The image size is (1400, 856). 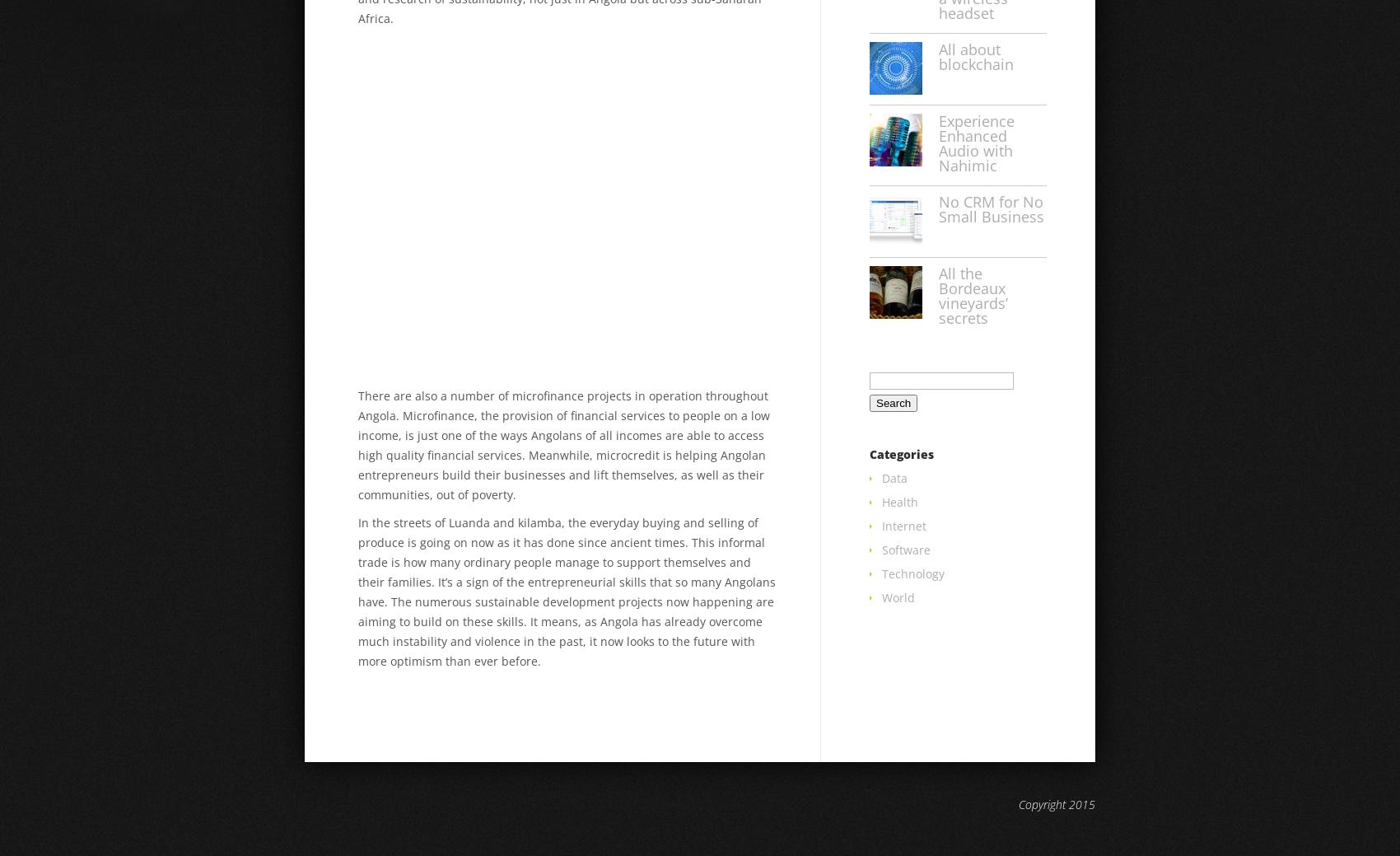 I want to click on 'Internet', so click(x=904, y=526).